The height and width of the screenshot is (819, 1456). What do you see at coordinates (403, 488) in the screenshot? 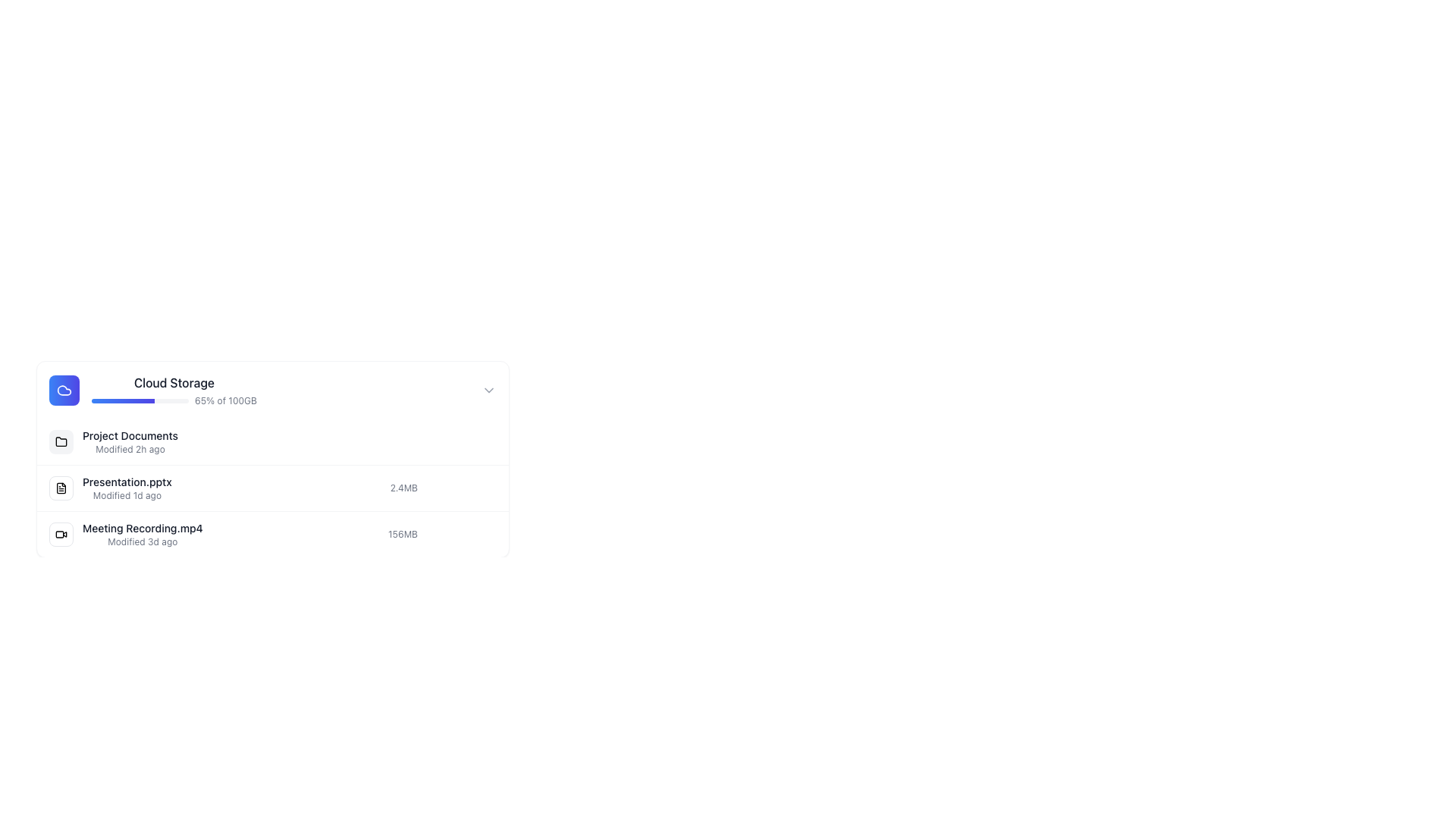
I see `the text label displaying the file size located to the right of 'Presentation.pptx' in the file manager interface` at bounding box center [403, 488].